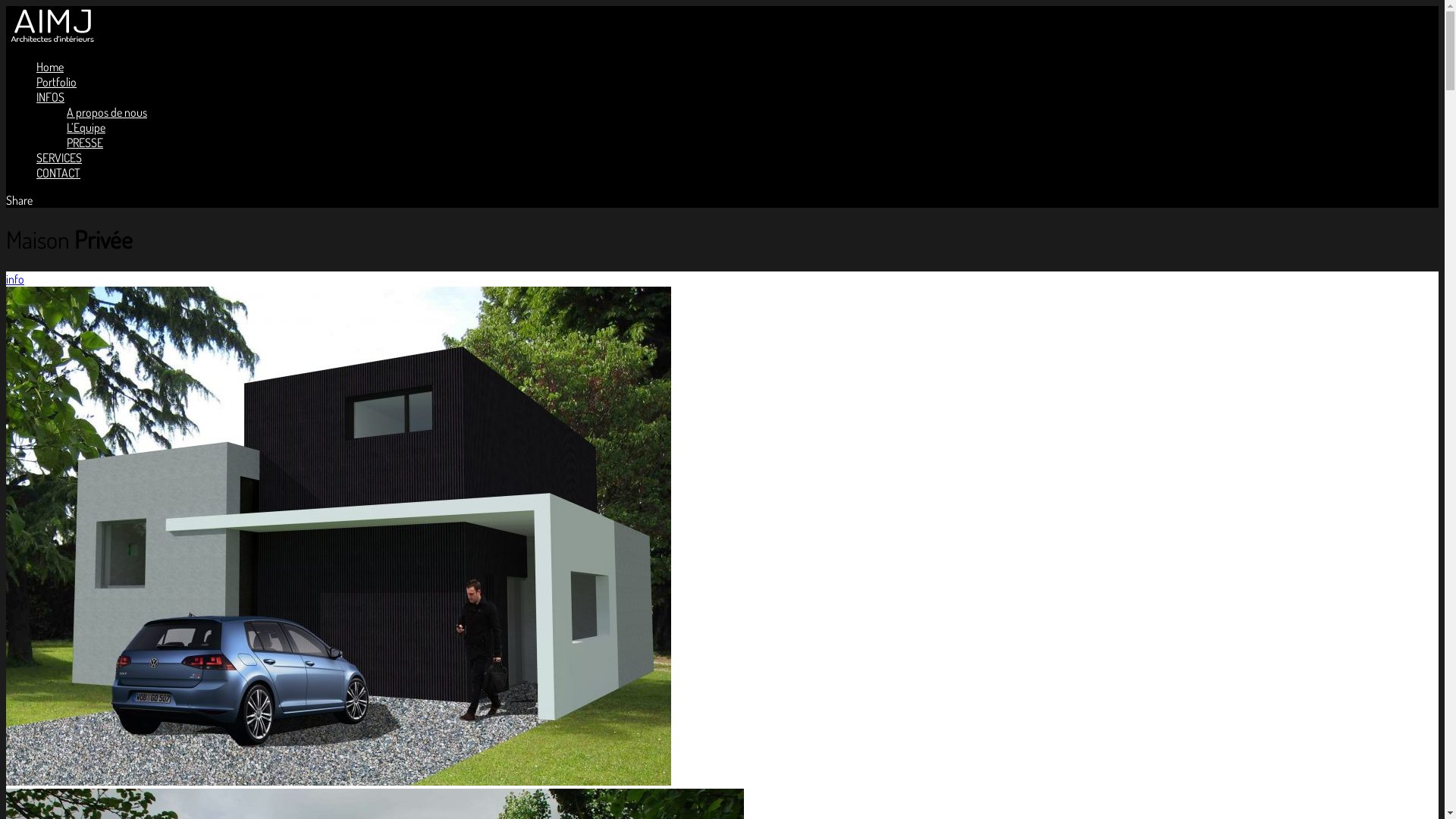 The width and height of the screenshot is (1456, 819). I want to click on 'INFOS', so click(50, 96).